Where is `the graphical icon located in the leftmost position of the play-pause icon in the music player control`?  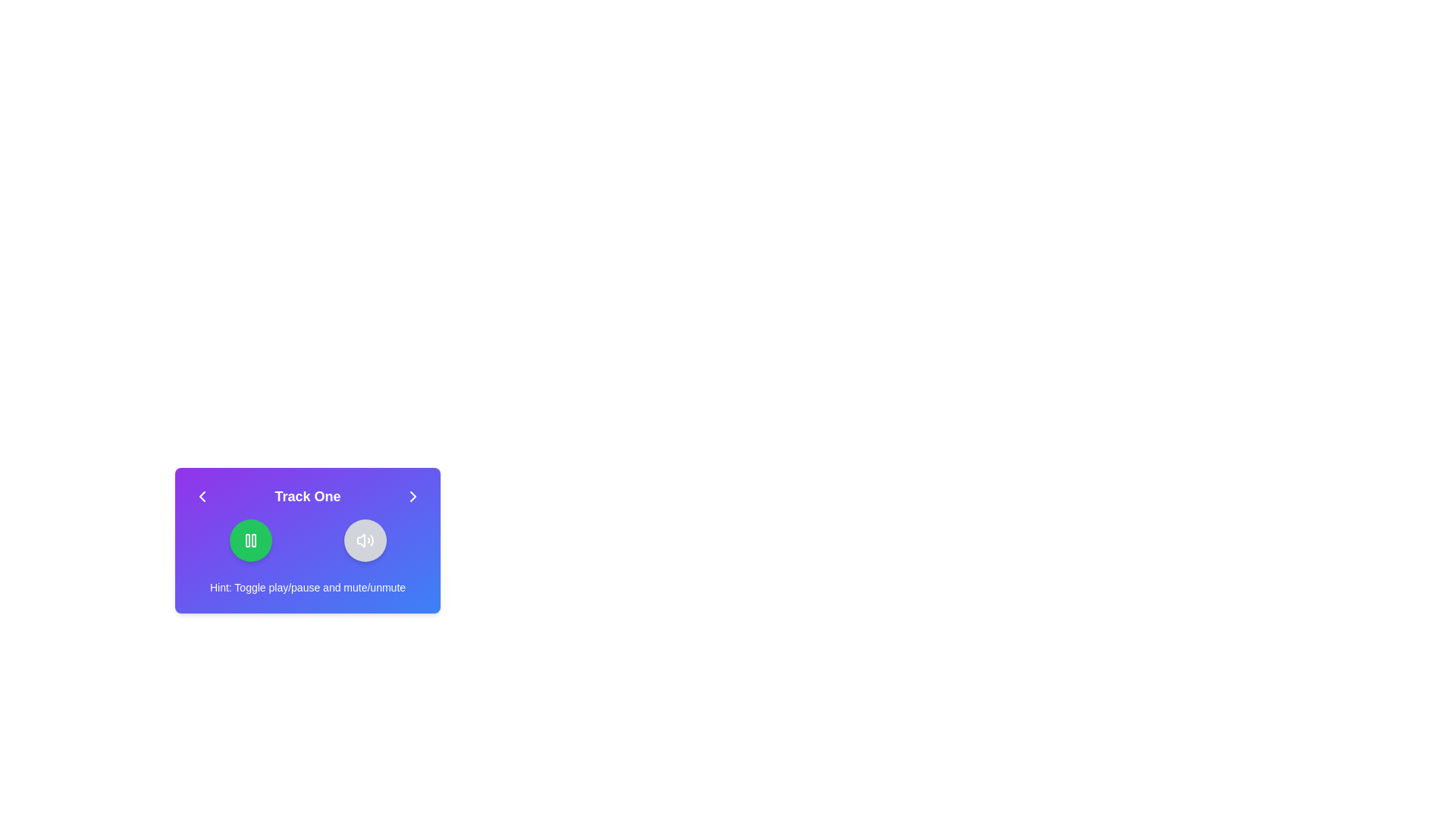
the graphical icon located in the leftmost position of the play-pause icon in the music player control is located at coordinates (247, 540).